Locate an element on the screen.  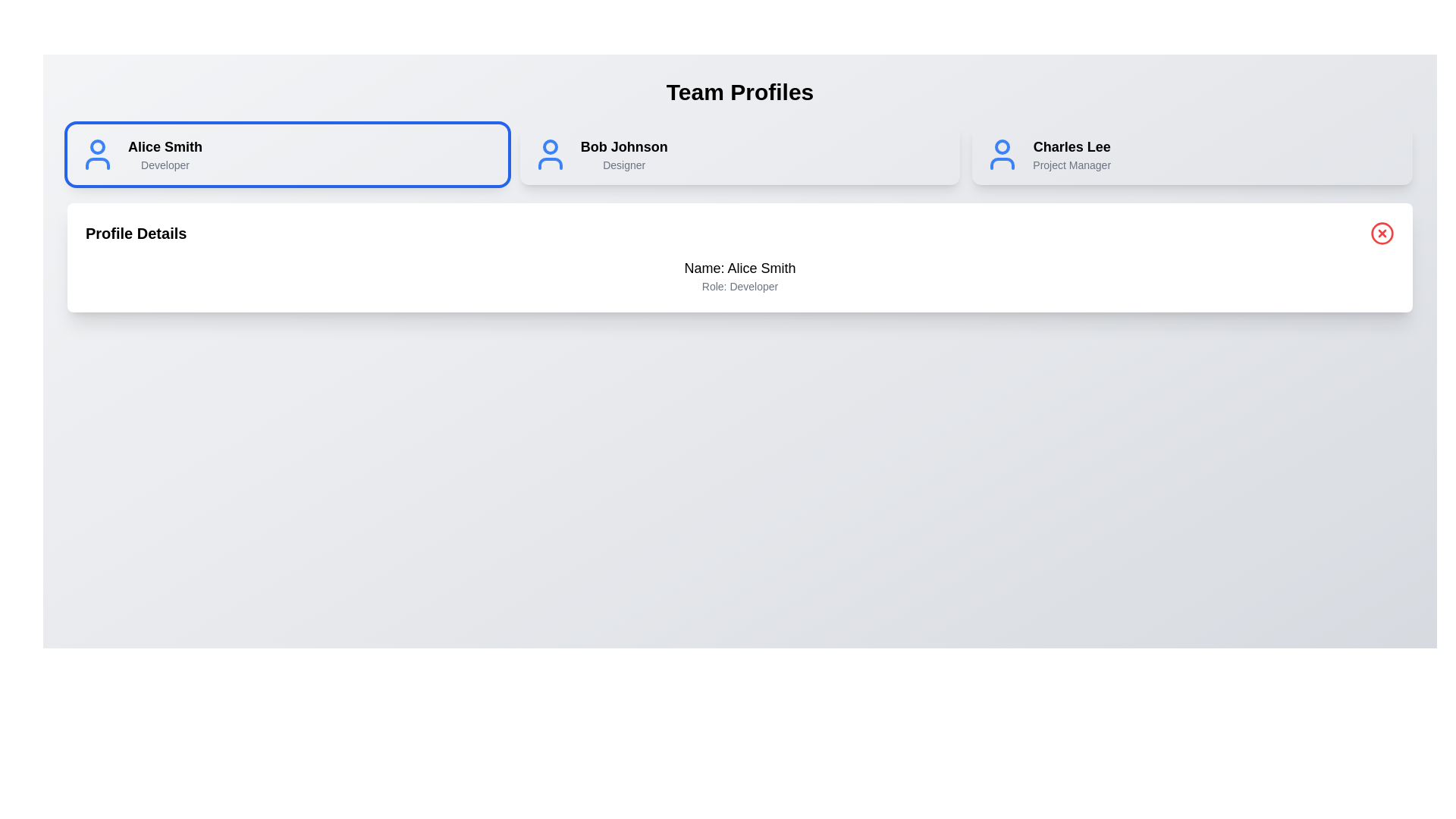
the profile picture icon representing 'Bob Johnson' is located at coordinates (549, 155).